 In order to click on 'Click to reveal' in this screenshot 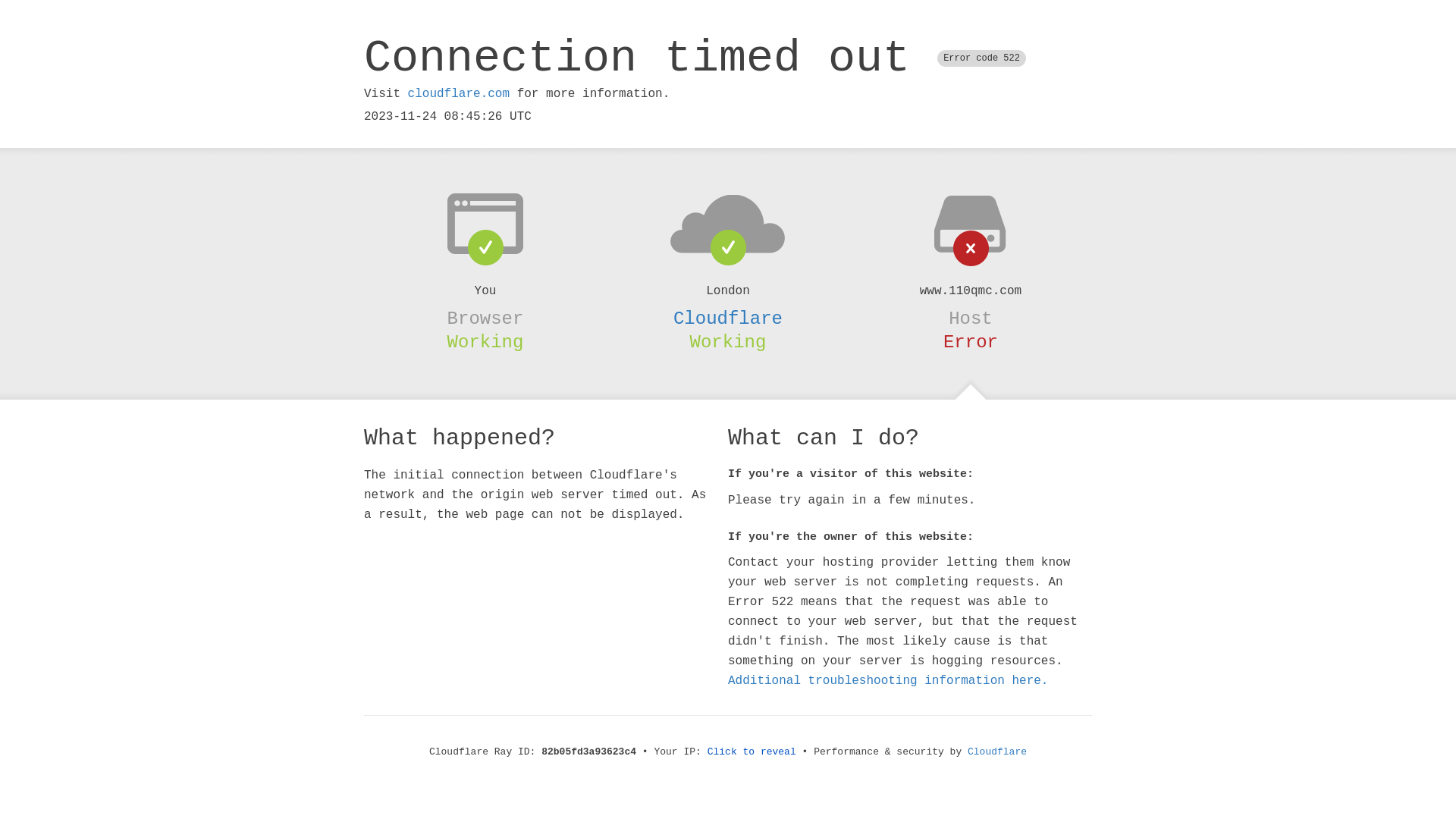, I will do `click(752, 752)`.